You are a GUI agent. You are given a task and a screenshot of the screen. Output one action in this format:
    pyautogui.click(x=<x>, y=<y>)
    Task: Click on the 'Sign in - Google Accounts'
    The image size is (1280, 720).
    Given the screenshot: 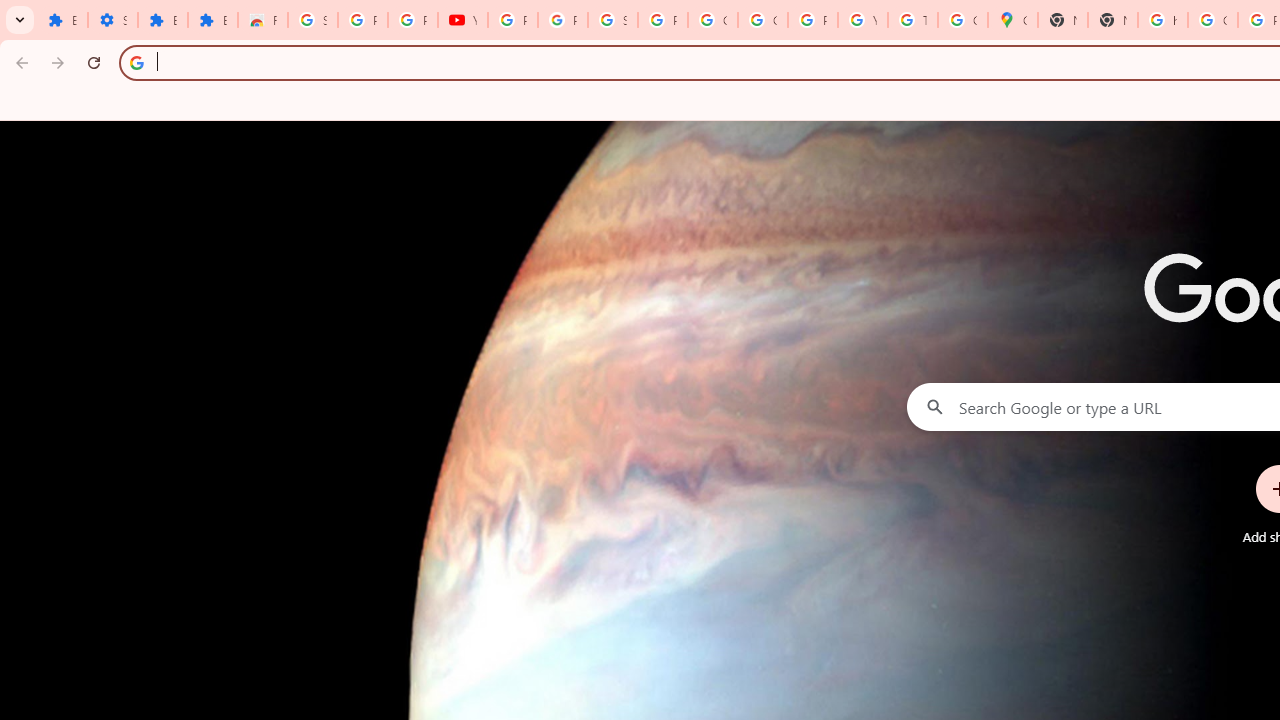 What is the action you would take?
    pyautogui.click(x=311, y=20)
    